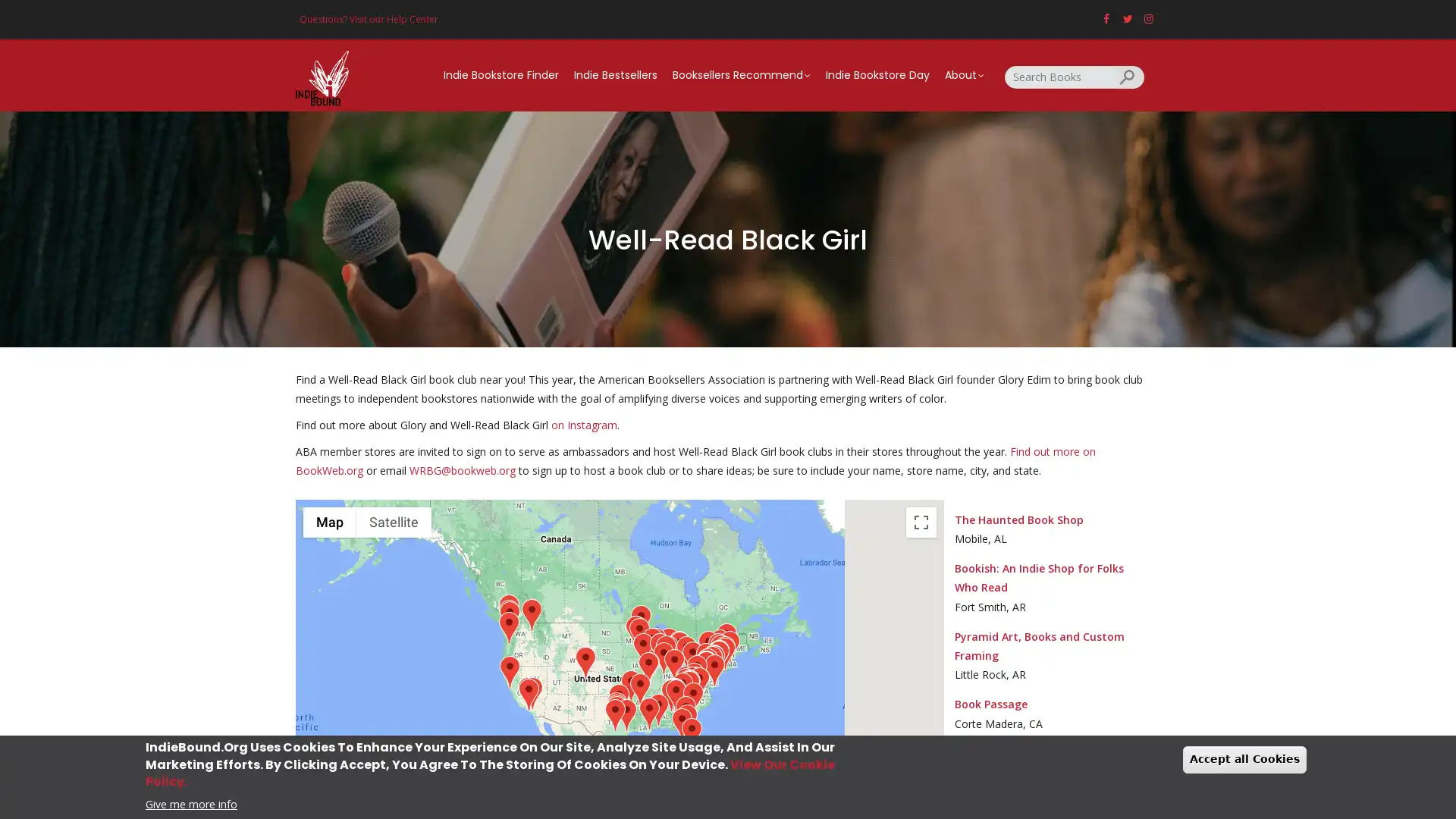 The height and width of the screenshot is (819, 1456). What do you see at coordinates (706, 663) in the screenshot?
I see `Baltimore Read Aloud` at bounding box center [706, 663].